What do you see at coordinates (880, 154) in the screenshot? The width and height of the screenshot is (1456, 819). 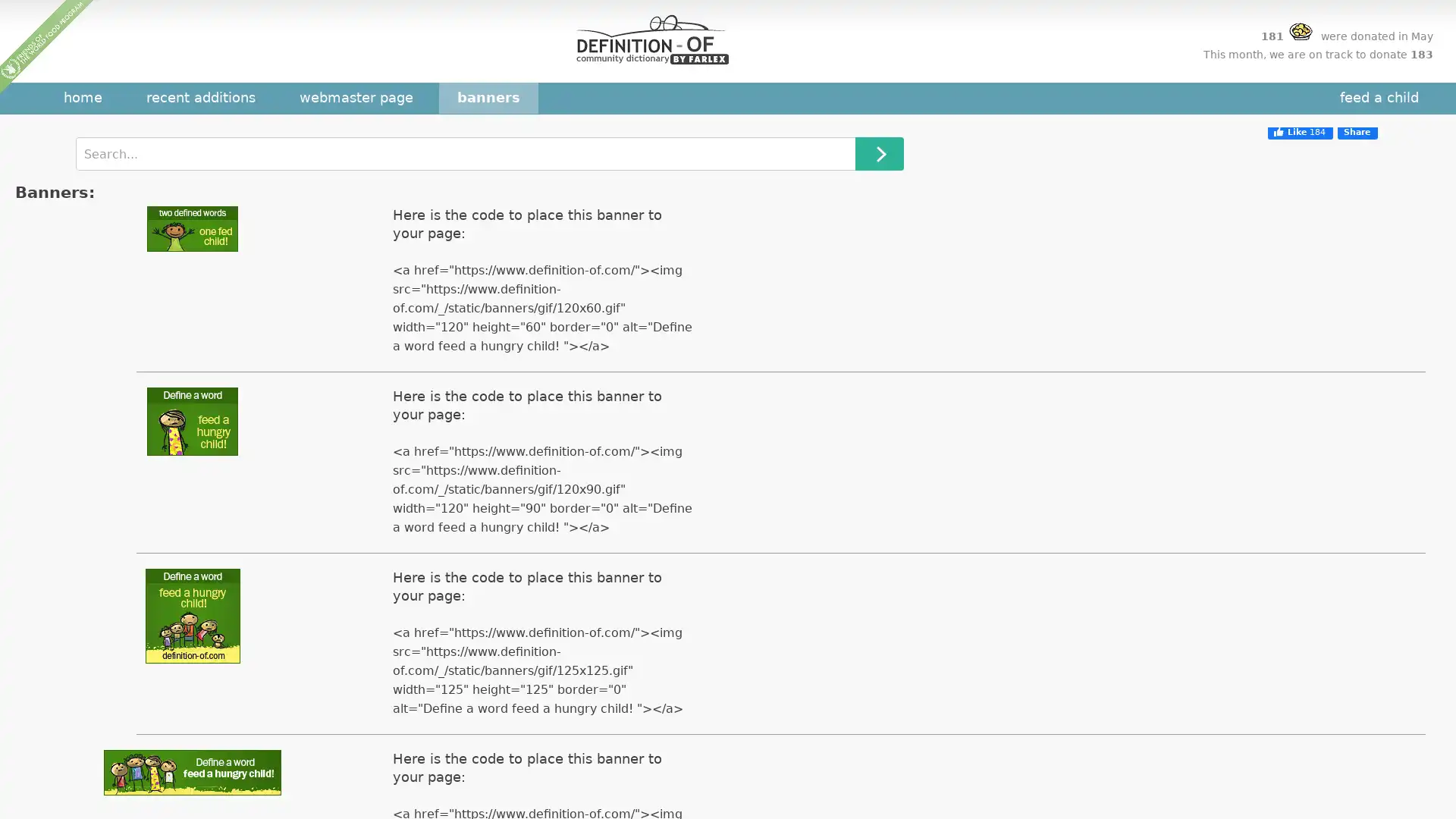 I see `Search` at bounding box center [880, 154].